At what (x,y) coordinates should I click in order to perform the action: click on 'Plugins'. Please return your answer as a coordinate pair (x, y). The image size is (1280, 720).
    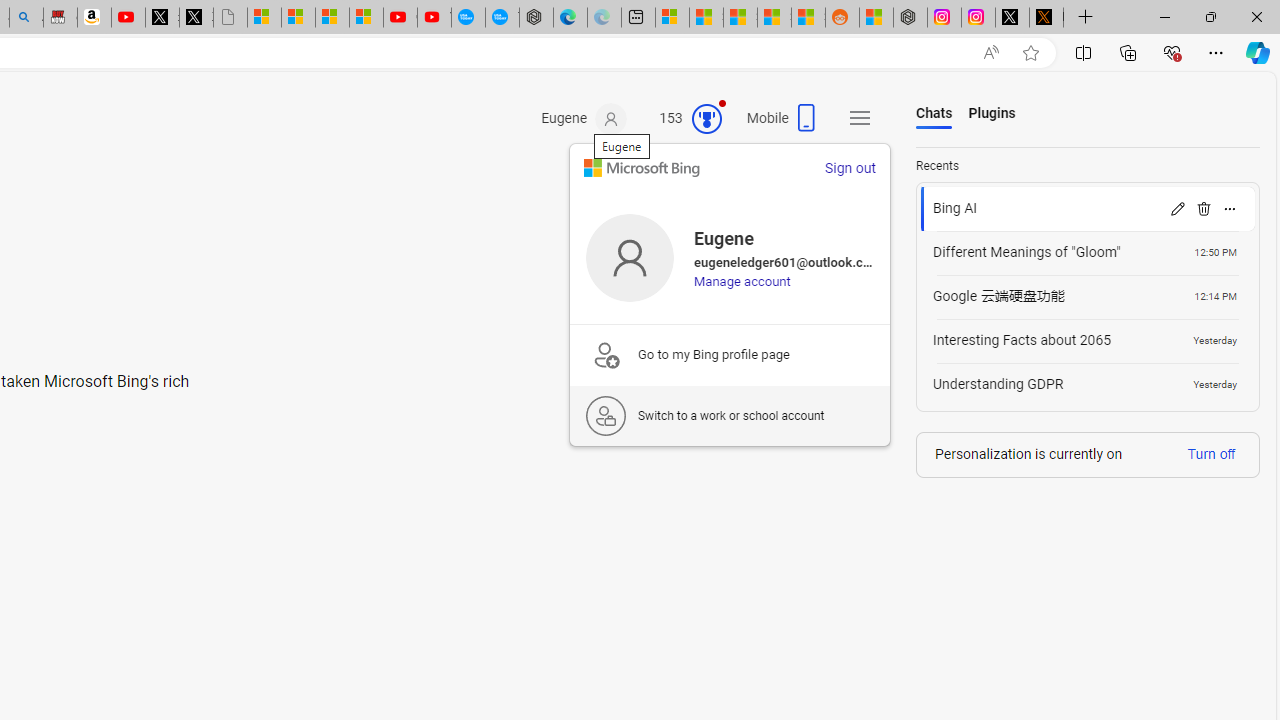
    Looking at the image, I should click on (992, 114).